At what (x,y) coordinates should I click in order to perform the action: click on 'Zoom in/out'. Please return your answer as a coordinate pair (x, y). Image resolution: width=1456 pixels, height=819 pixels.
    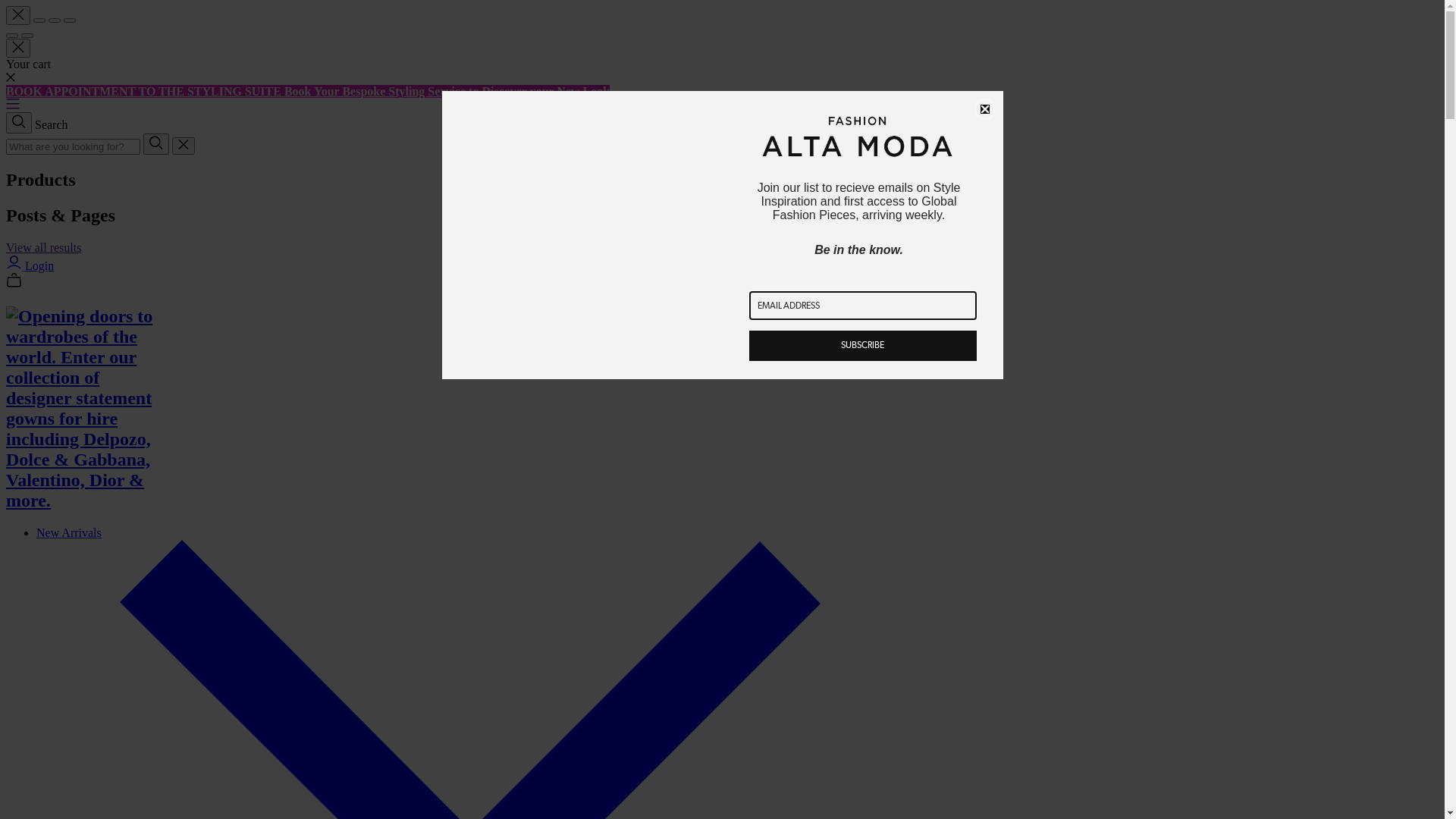
    Looking at the image, I should click on (68, 20).